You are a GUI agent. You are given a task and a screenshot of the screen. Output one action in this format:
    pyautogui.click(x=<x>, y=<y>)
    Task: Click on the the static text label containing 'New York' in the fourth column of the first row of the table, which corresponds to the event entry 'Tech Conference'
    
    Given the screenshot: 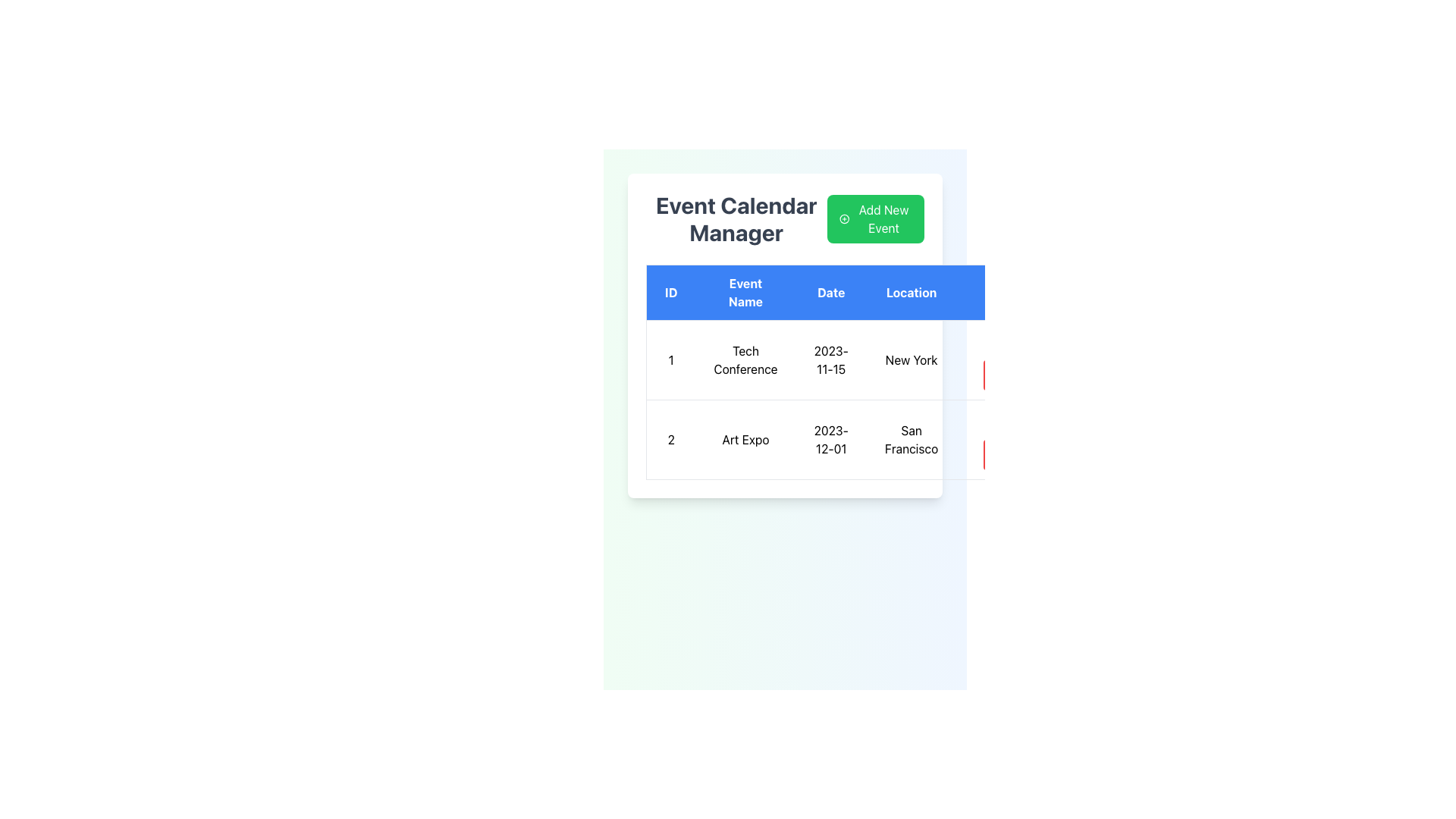 What is the action you would take?
    pyautogui.click(x=911, y=359)
    